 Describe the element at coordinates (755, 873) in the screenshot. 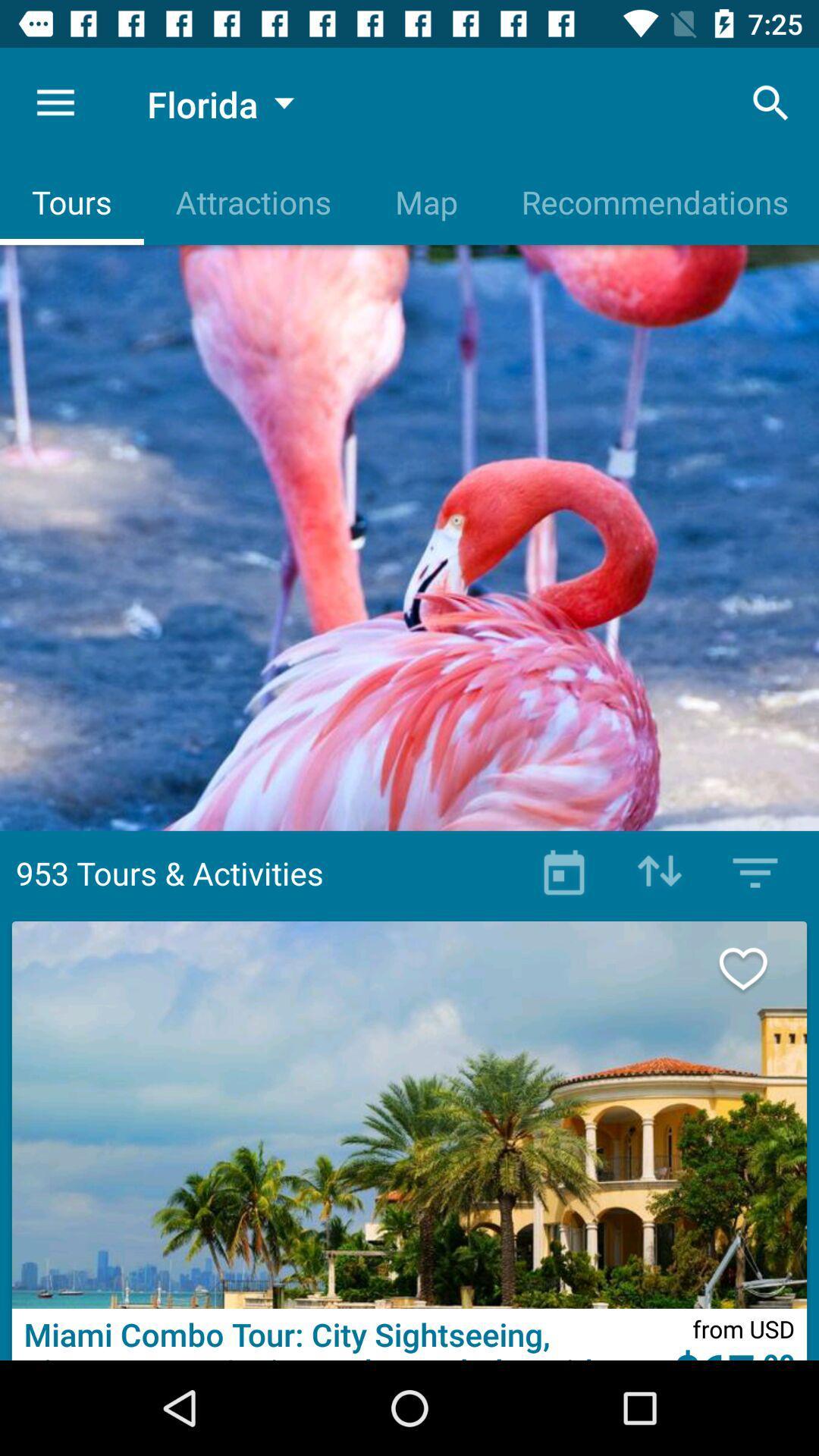

I see `meanu` at that location.